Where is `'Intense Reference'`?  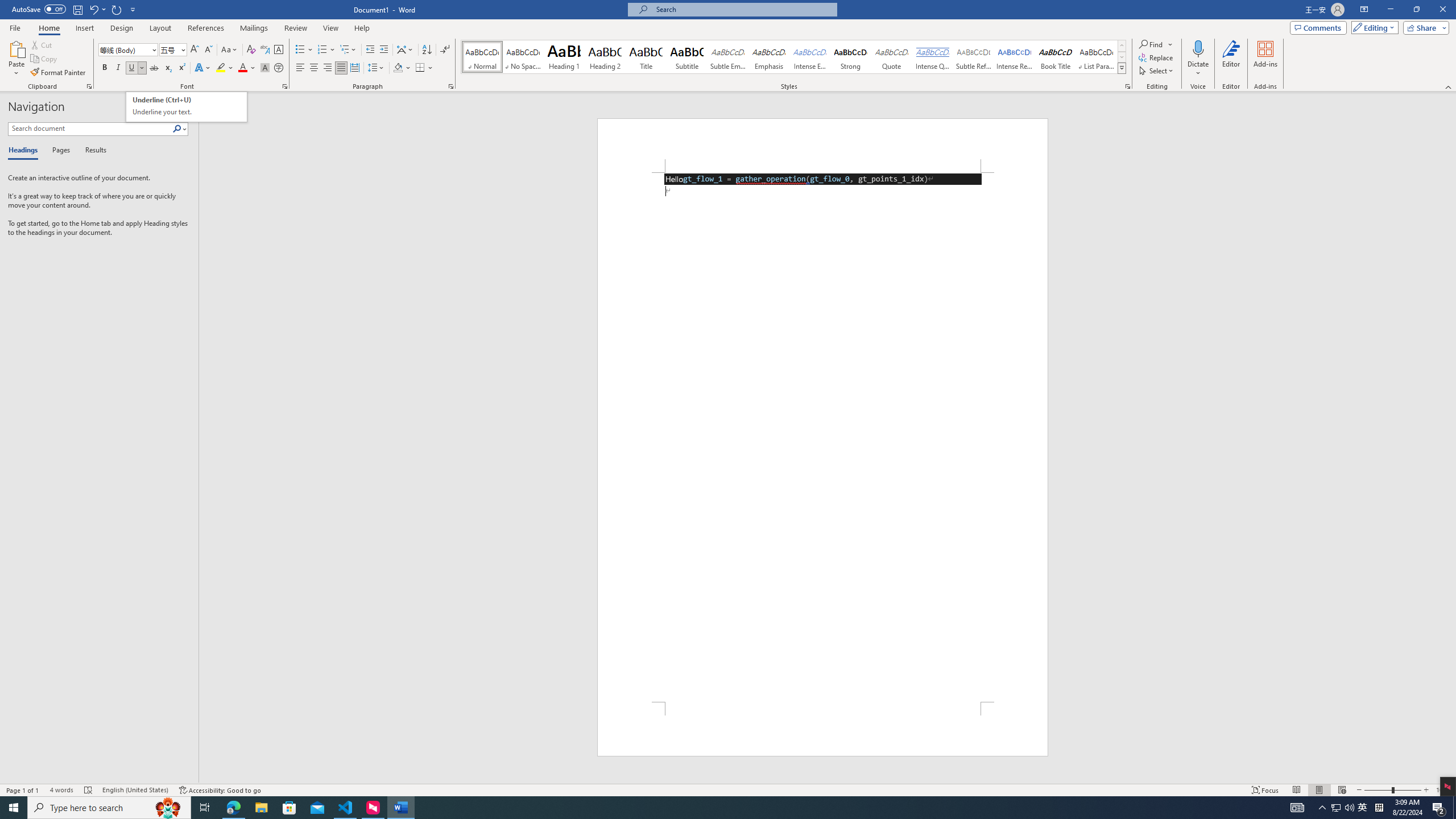
'Intense Reference' is located at coordinates (1015, 56).